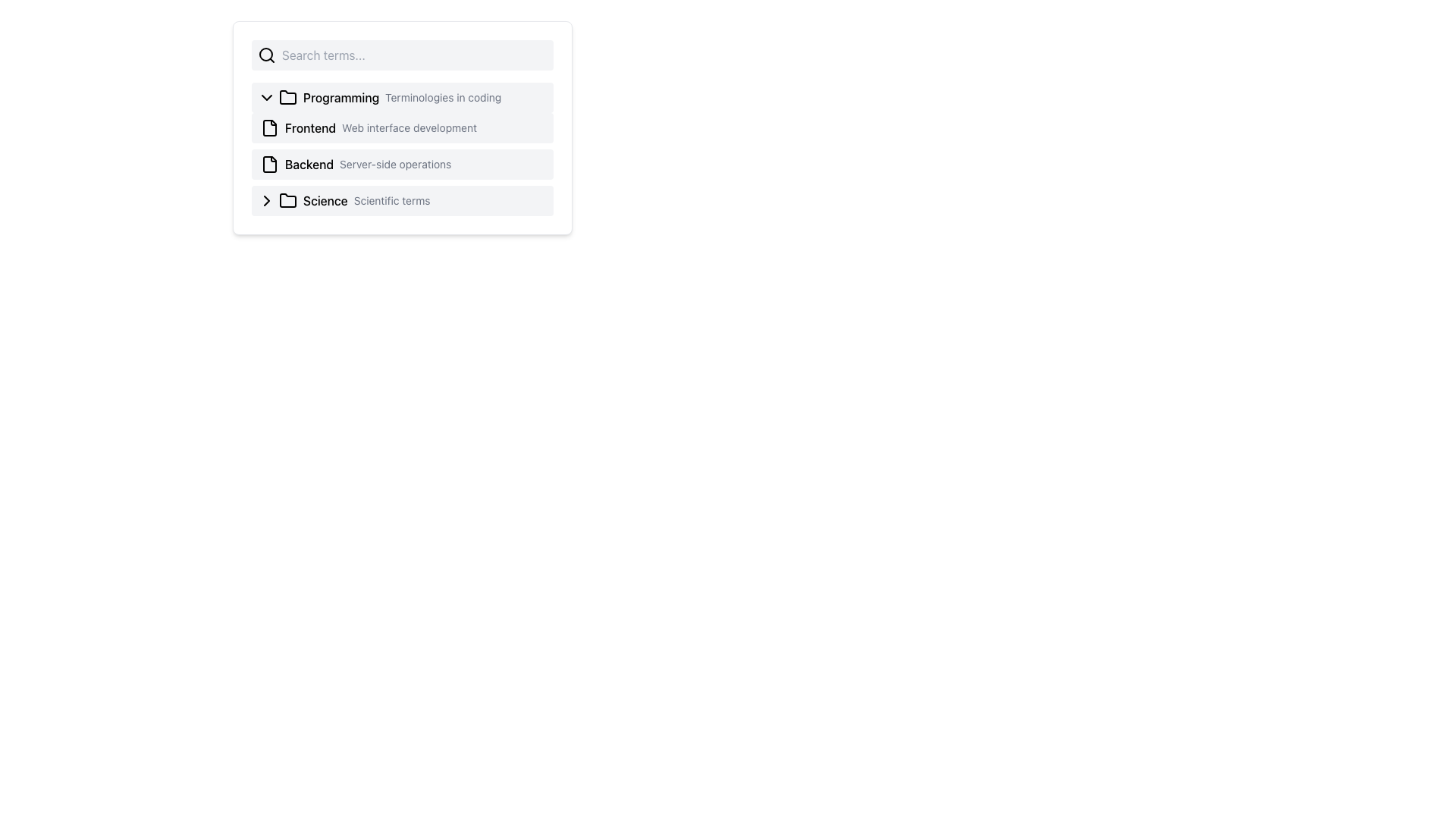 This screenshot has width=1456, height=819. I want to click on the folder icon representing the 'Programming' section in the dropdown menu, so click(287, 97).